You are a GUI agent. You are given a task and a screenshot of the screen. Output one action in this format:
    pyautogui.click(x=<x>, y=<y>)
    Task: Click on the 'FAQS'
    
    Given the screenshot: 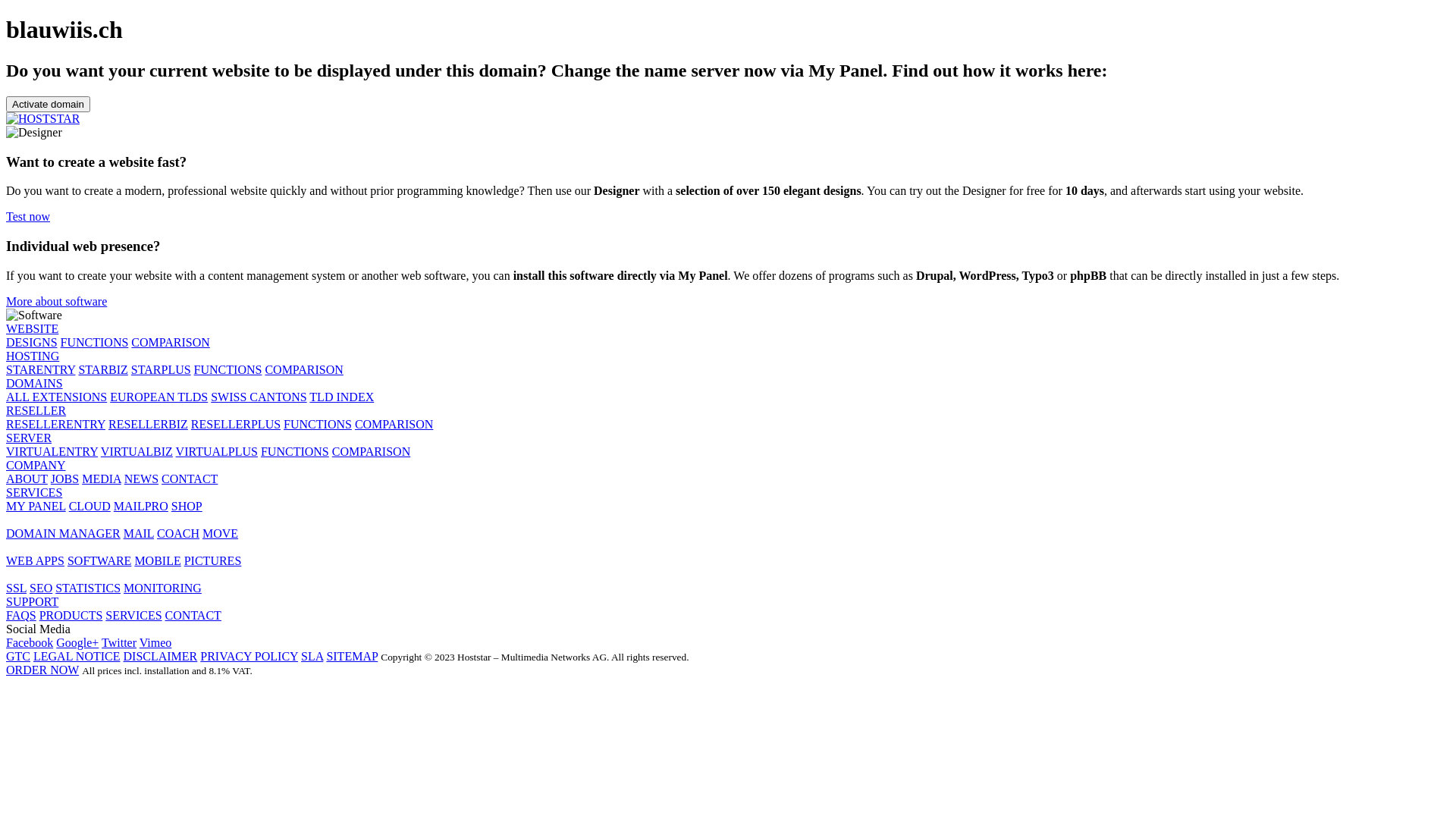 What is the action you would take?
    pyautogui.click(x=21, y=615)
    